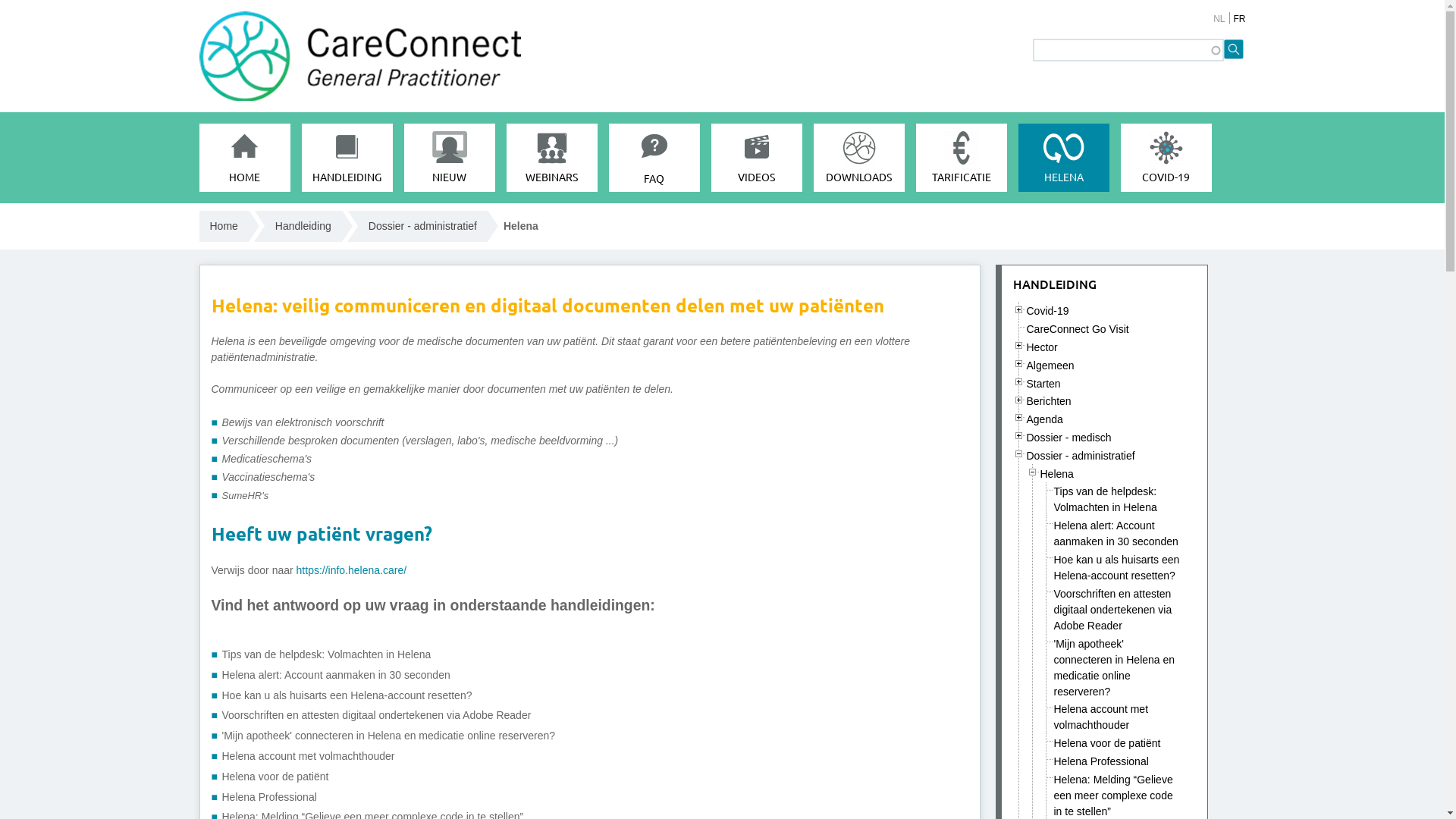 The image size is (1456, 819). What do you see at coordinates (551, 158) in the screenshot?
I see `'WEBINARS'` at bounding box center [551, 158].